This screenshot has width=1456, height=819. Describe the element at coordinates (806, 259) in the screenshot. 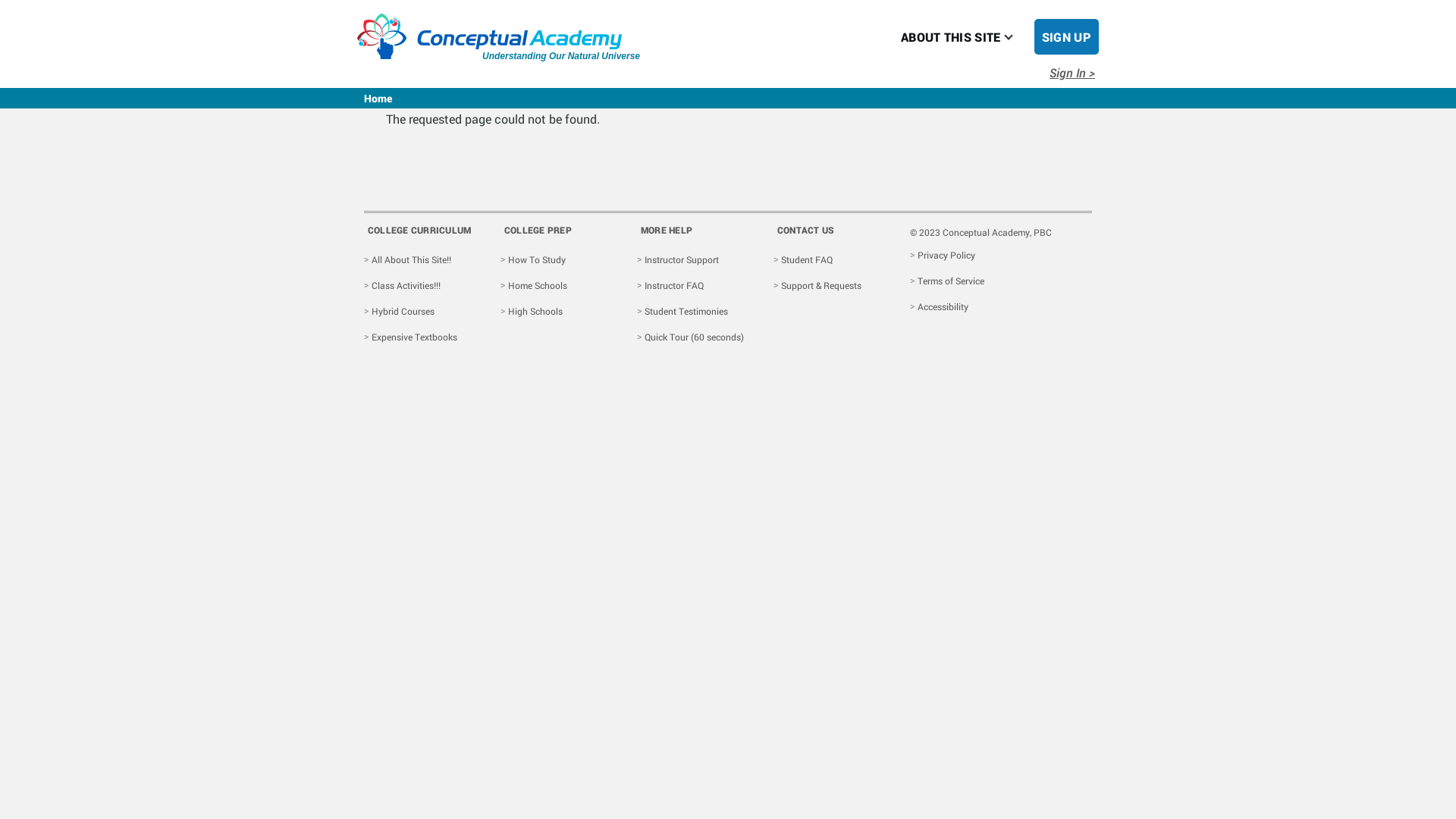

I see `'Student FAQ'` at that location.